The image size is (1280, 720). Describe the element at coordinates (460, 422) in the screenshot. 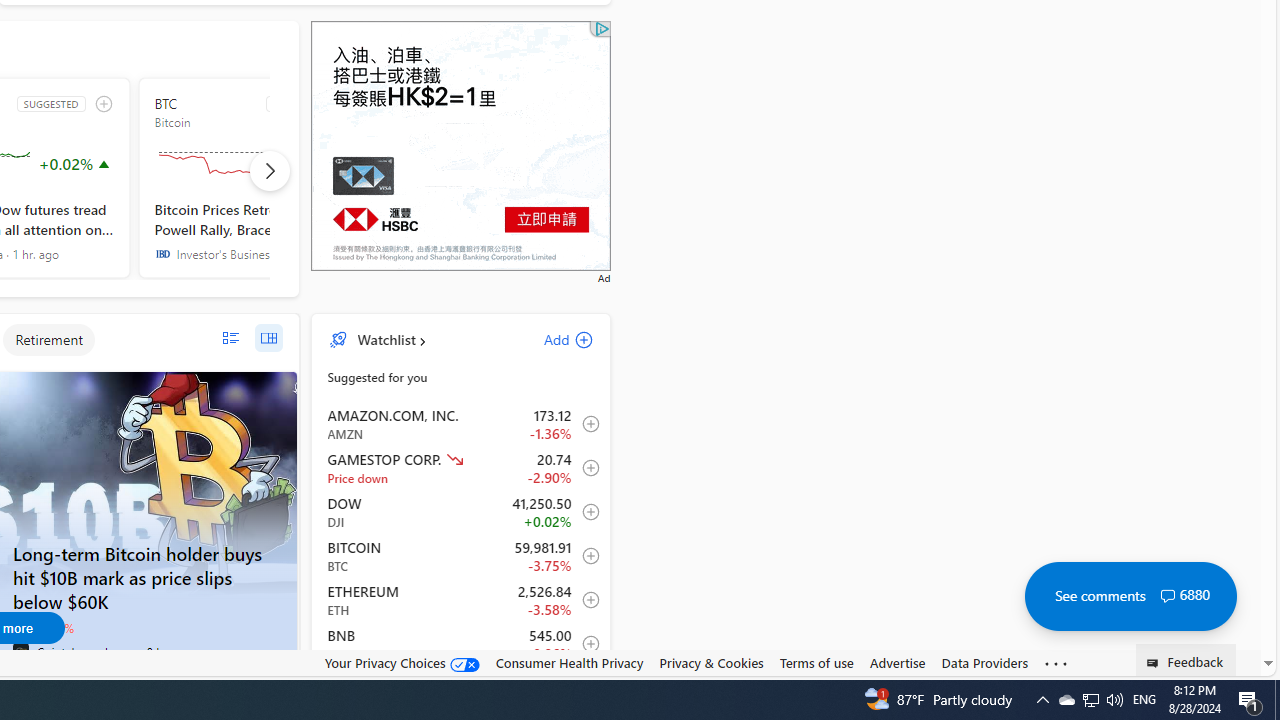

I see `'AMZN AMAZON.COM, INC. decrease 173.12 -2.38 -1.36% item0'` at that location.